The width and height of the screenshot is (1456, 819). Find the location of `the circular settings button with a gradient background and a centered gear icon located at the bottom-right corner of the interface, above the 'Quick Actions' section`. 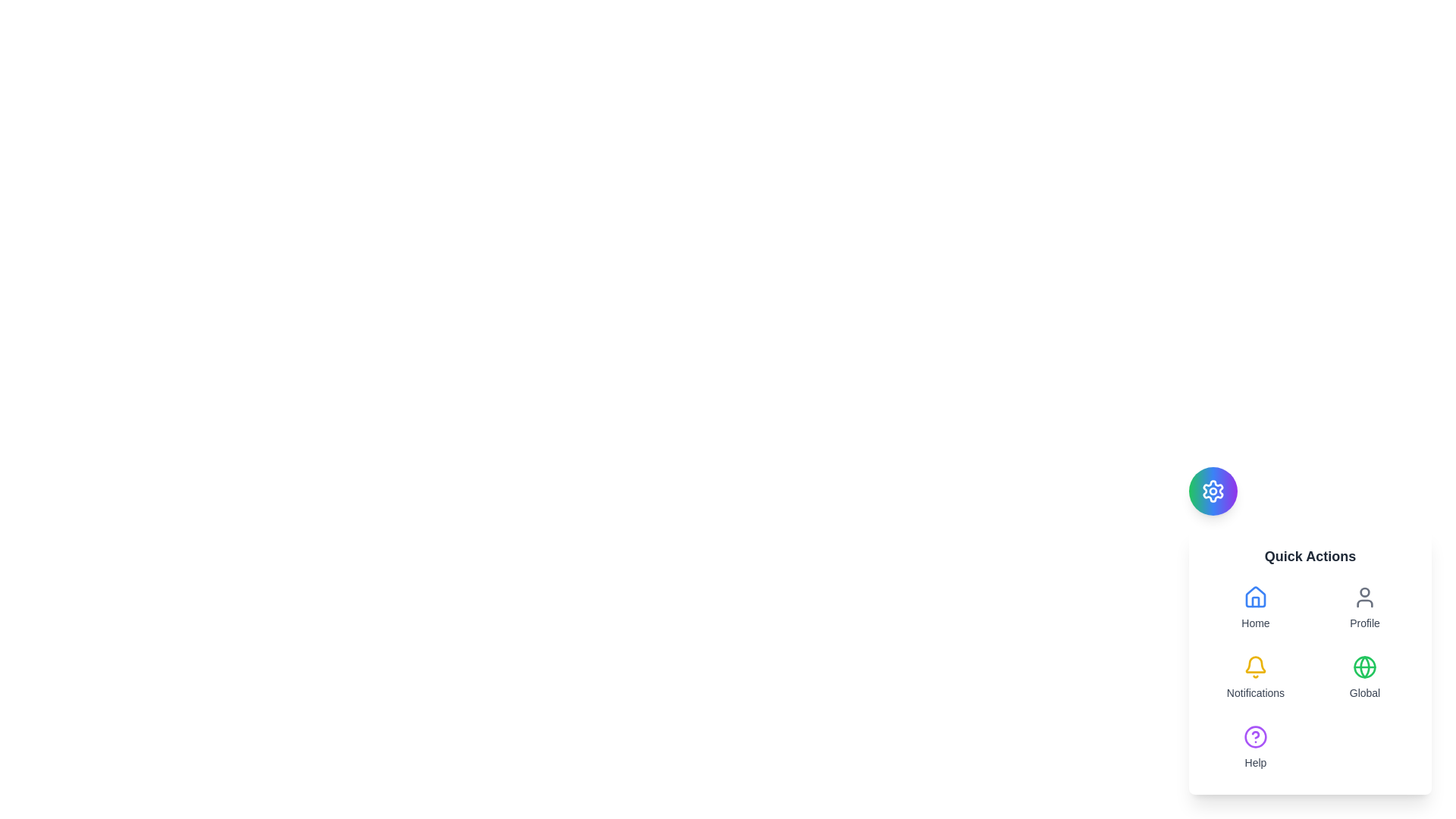

the circular settings button with a gradient background and a centered gear icon located at the bottom-right corner of the interface, above the 'Quick Actions' section is located at coordinates (1212, 491).